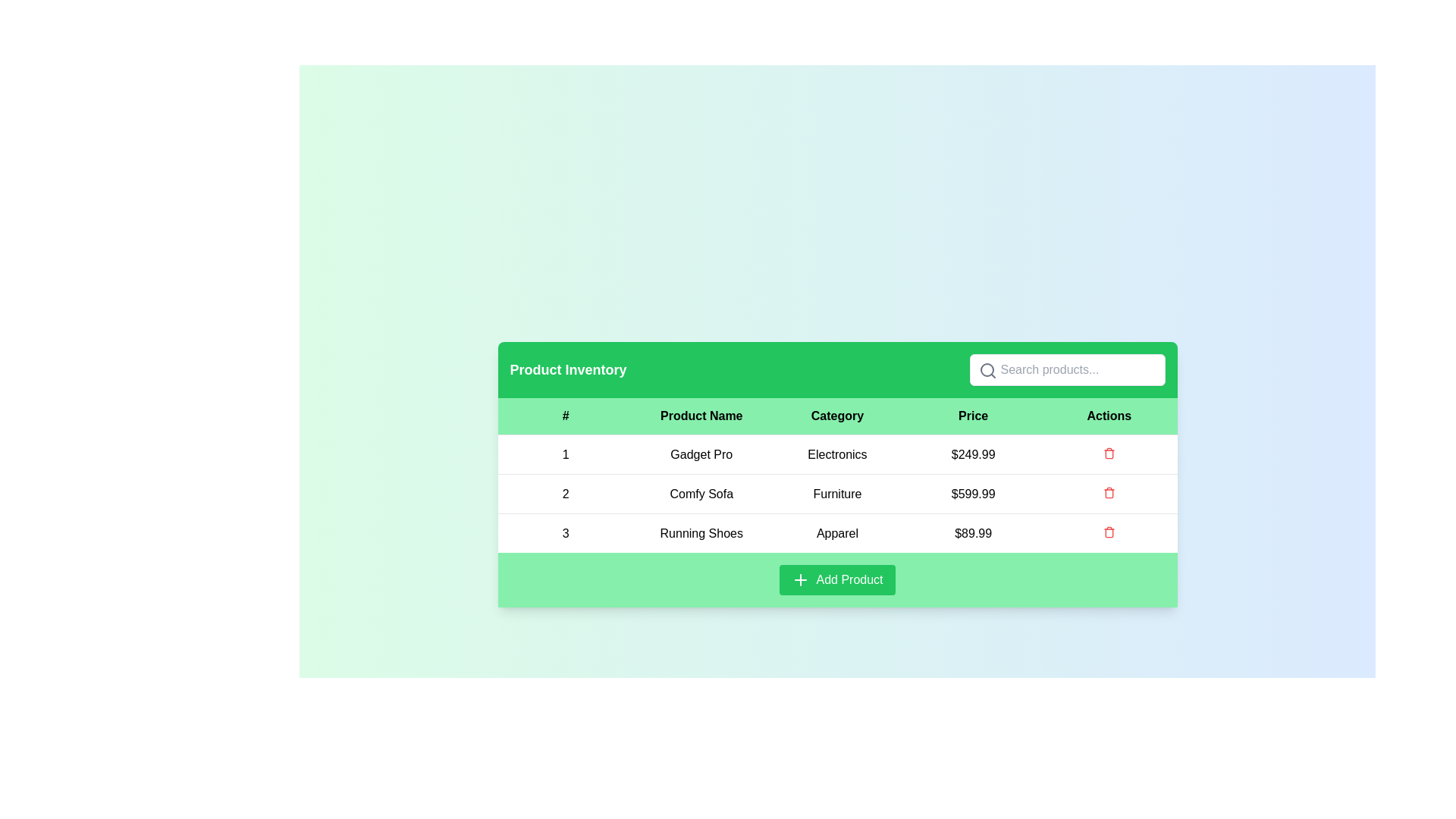 This screenshot has height=819, width=1456. What do you see at coordinates (1109, 532) in the screenshot?
I see `the delete icon button` at bounding box center [1109, 532].